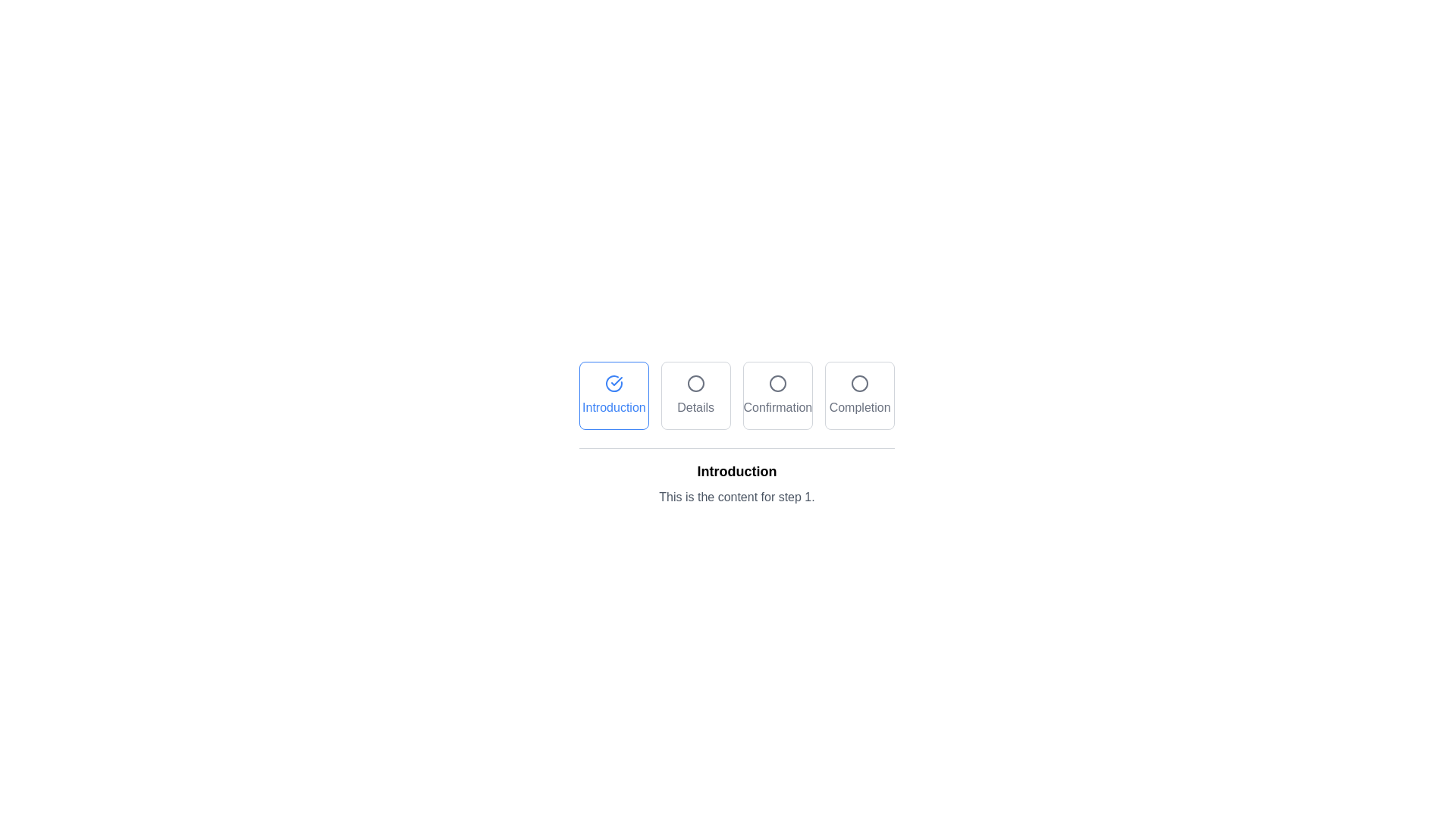 This screenshot has width=1456, height=819. Describe the element at coordinates (859, 394) in the screenshot. I see `the interactive step indicator button, which is the fourth card in a horizontal sequence of four cards, located at the far-right end next to the 'Confirmation' card` at that location.